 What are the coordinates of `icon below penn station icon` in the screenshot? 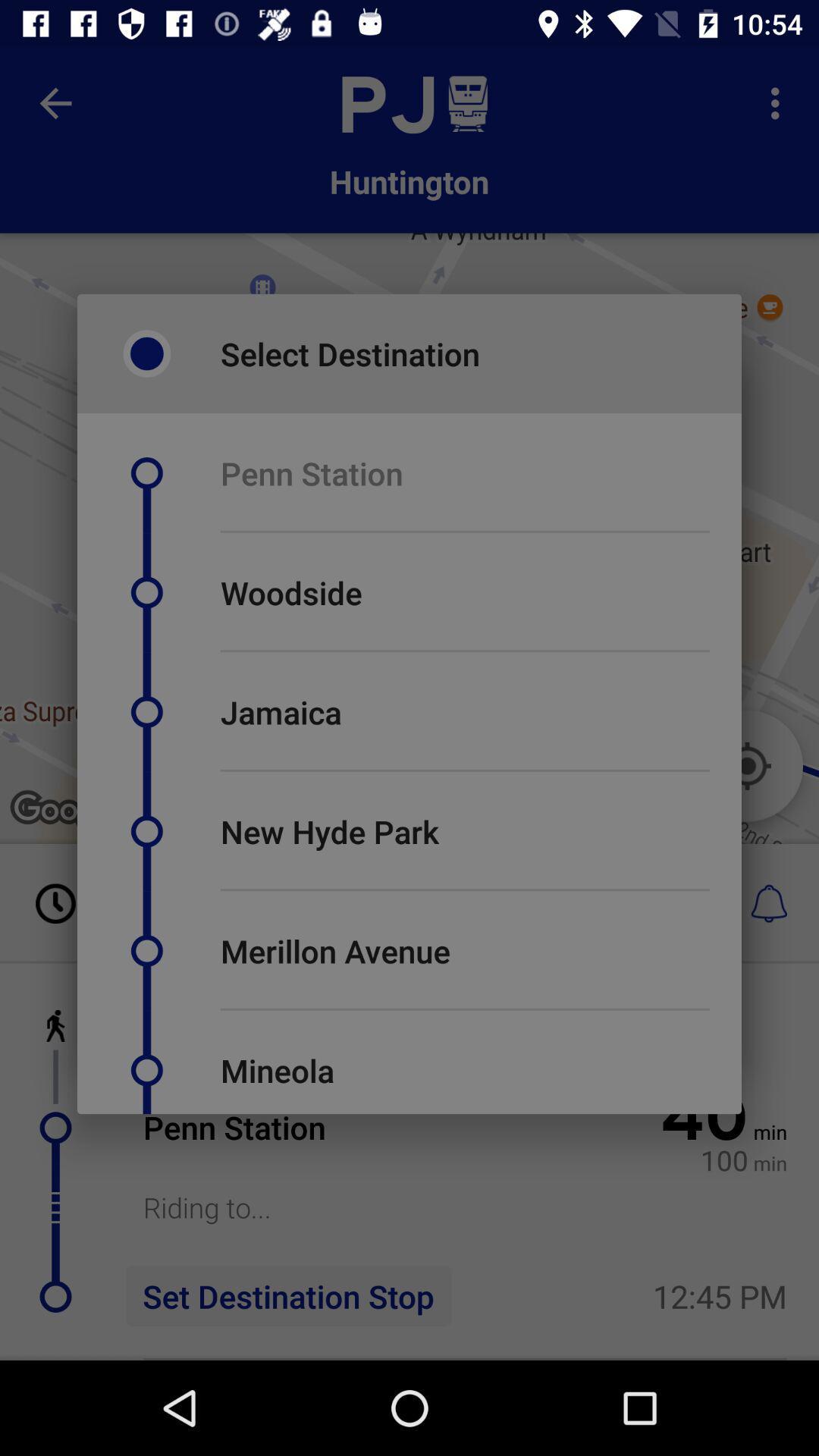 It's located at (464, 532).